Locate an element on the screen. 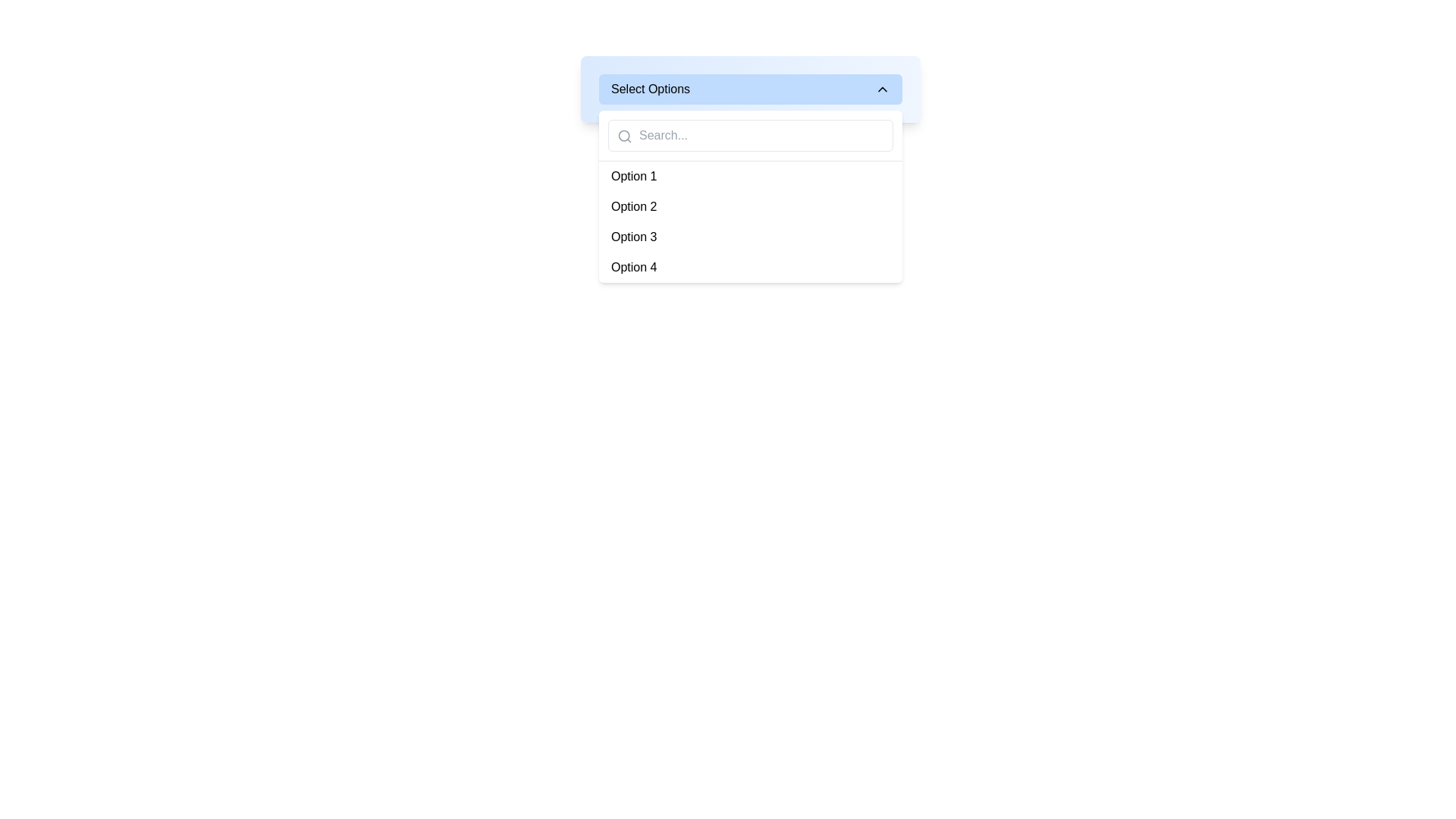  the list item labeled 'Option 2' in the dropdown menu is located at coordinates (750, 207).